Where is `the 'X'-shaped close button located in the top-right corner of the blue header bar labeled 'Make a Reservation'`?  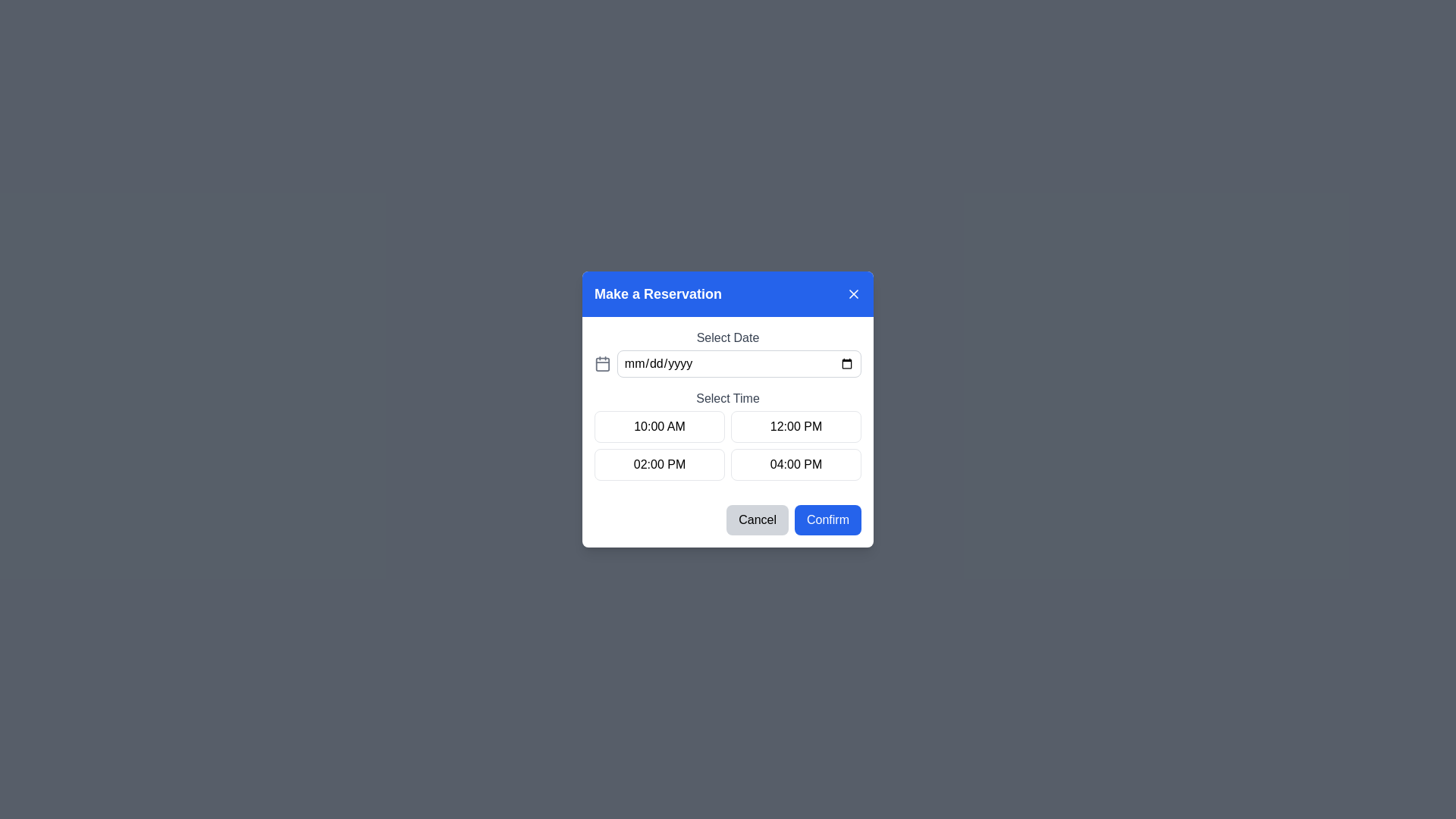 the 'X'-shaped close button located in the top-right corner of the blue header bar labeled 'Make a Reservation' is located at coordinates (854, 294).